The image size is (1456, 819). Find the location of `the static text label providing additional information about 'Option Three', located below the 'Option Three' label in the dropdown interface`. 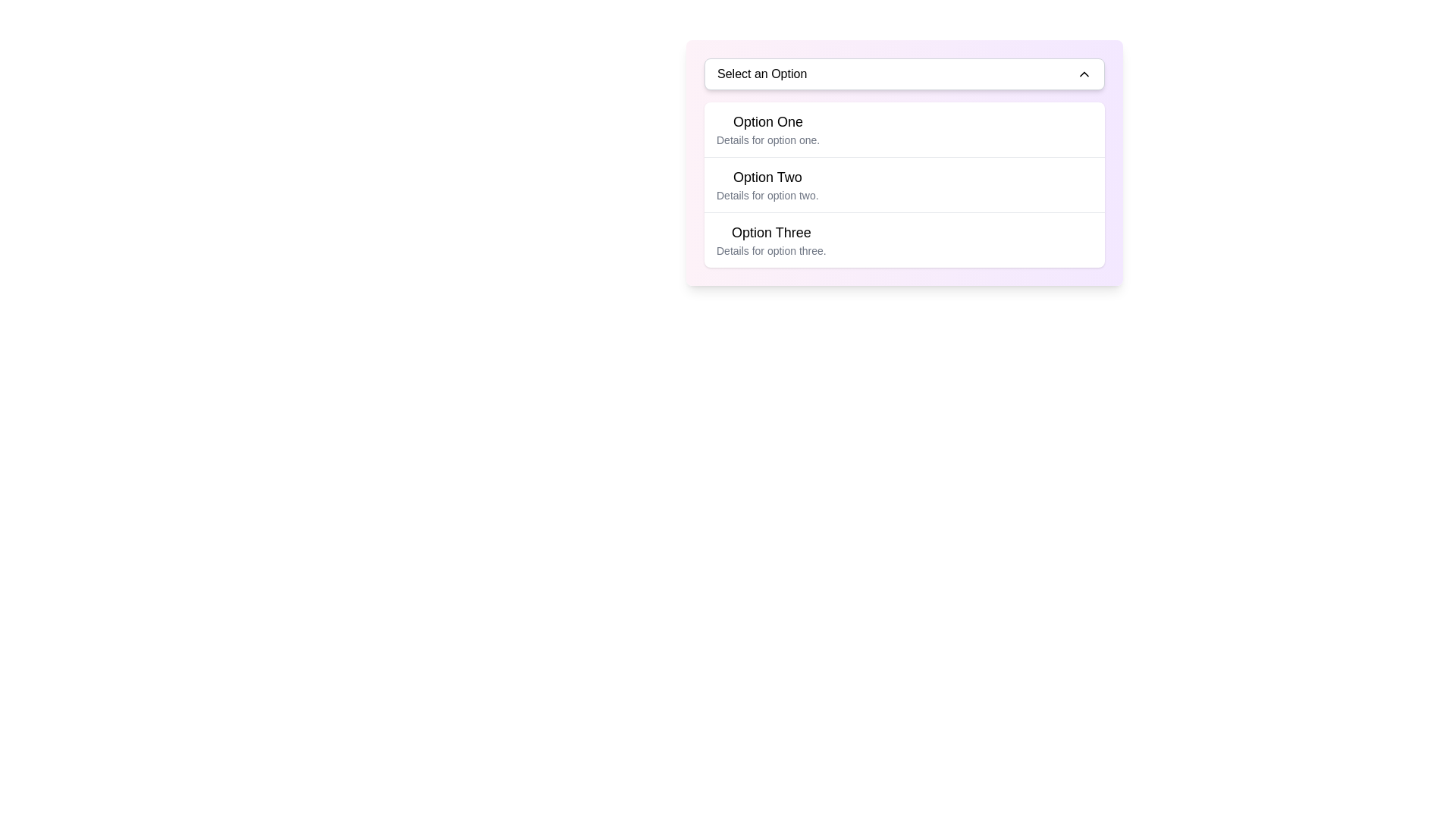

the static text label providing additional information about 'Option Three', located below the 'Option Three' label in the dropdown interface is located at coordinates (771, 250).